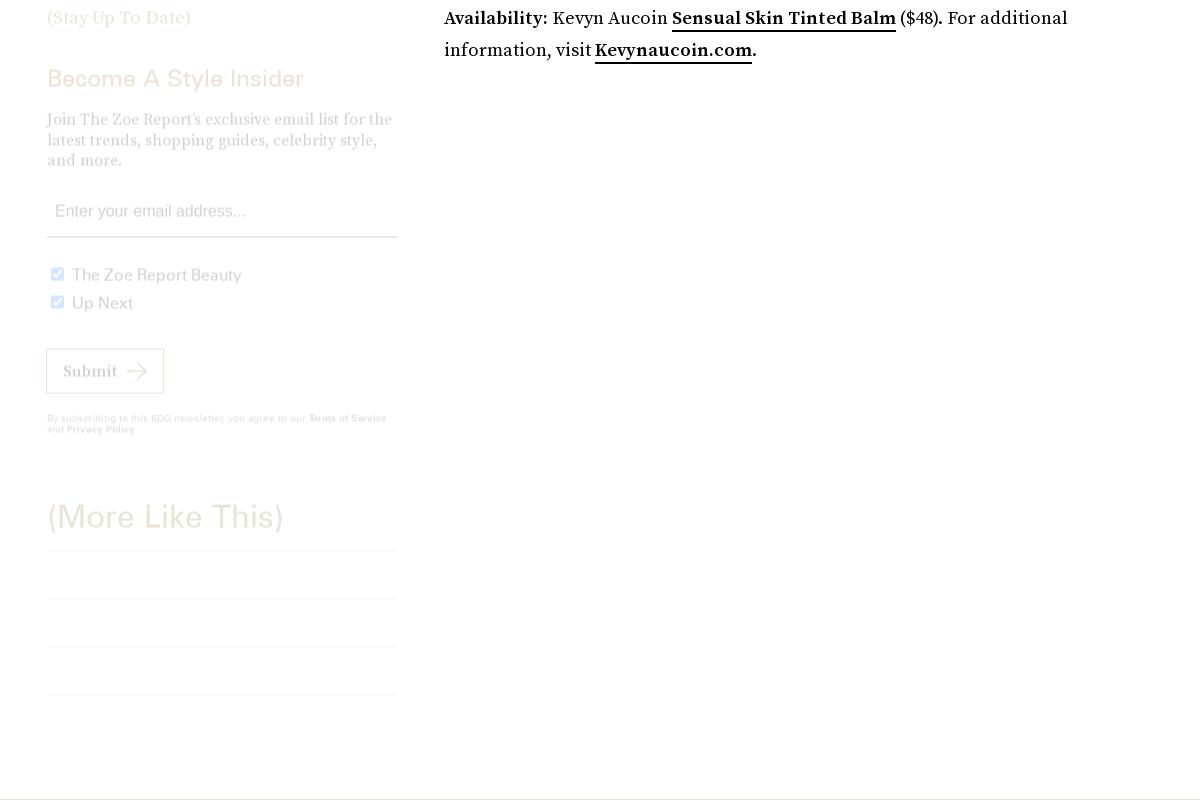 The image size is (1200, 800). I want to click on 'Kevynaucoin.com', so click(673, 48).